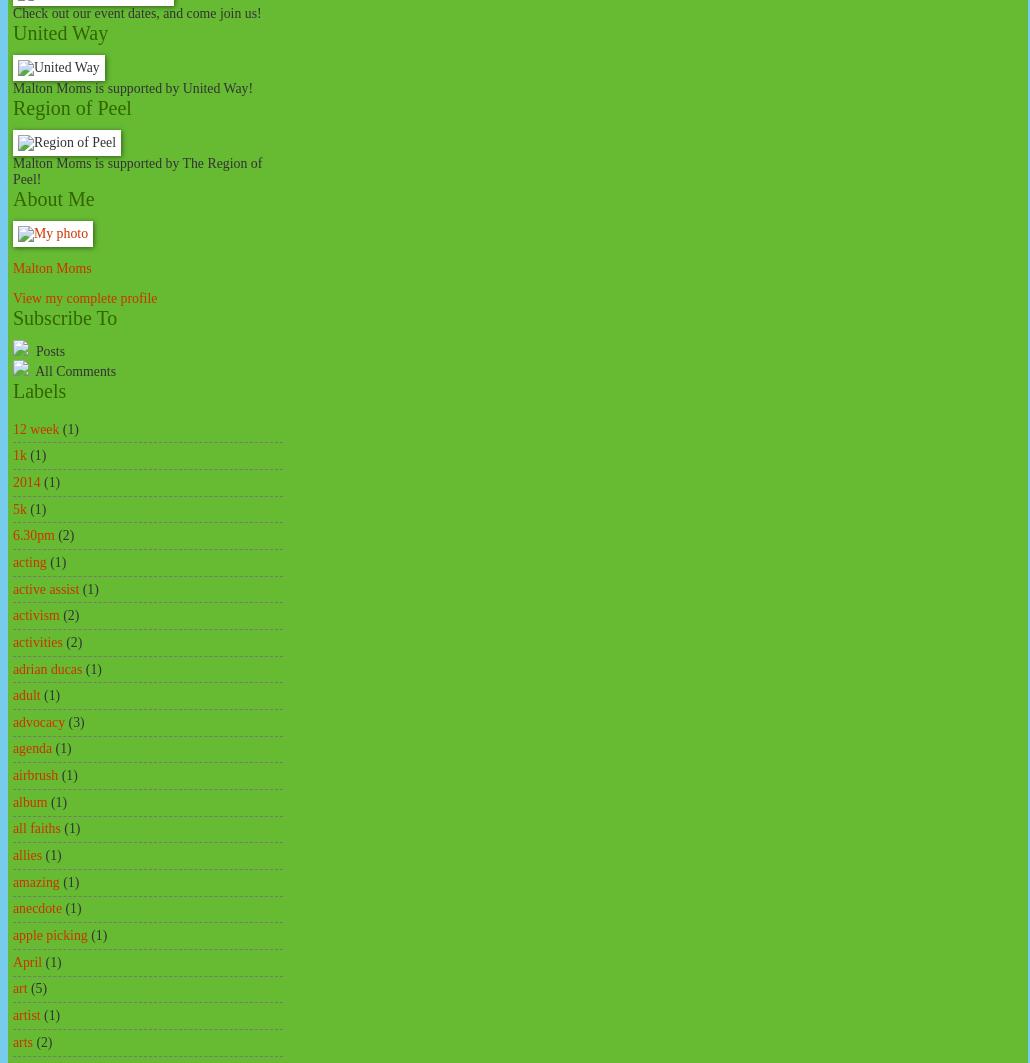 This screenshot has width=1030, height=1063. Describe the element at coordinates (27, 854) in the screenshot. I see `'allies'` at that location.